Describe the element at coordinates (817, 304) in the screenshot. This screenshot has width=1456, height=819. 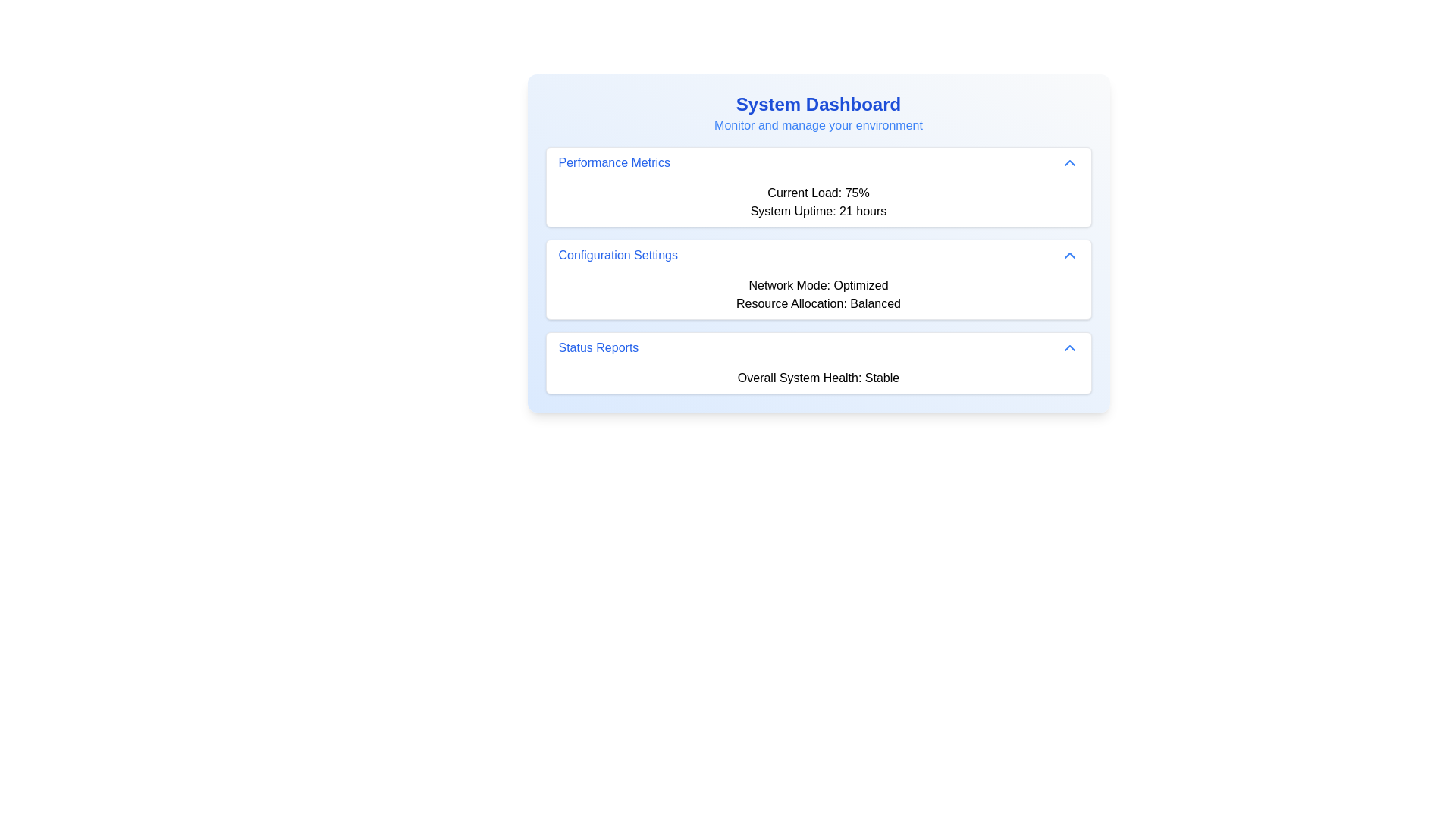
I see `the static text label displaying 'Resource Allocation: Balanced' within the 'Configuration Settings' card, which is located below 'Network Mode: Optimized'` at that location.